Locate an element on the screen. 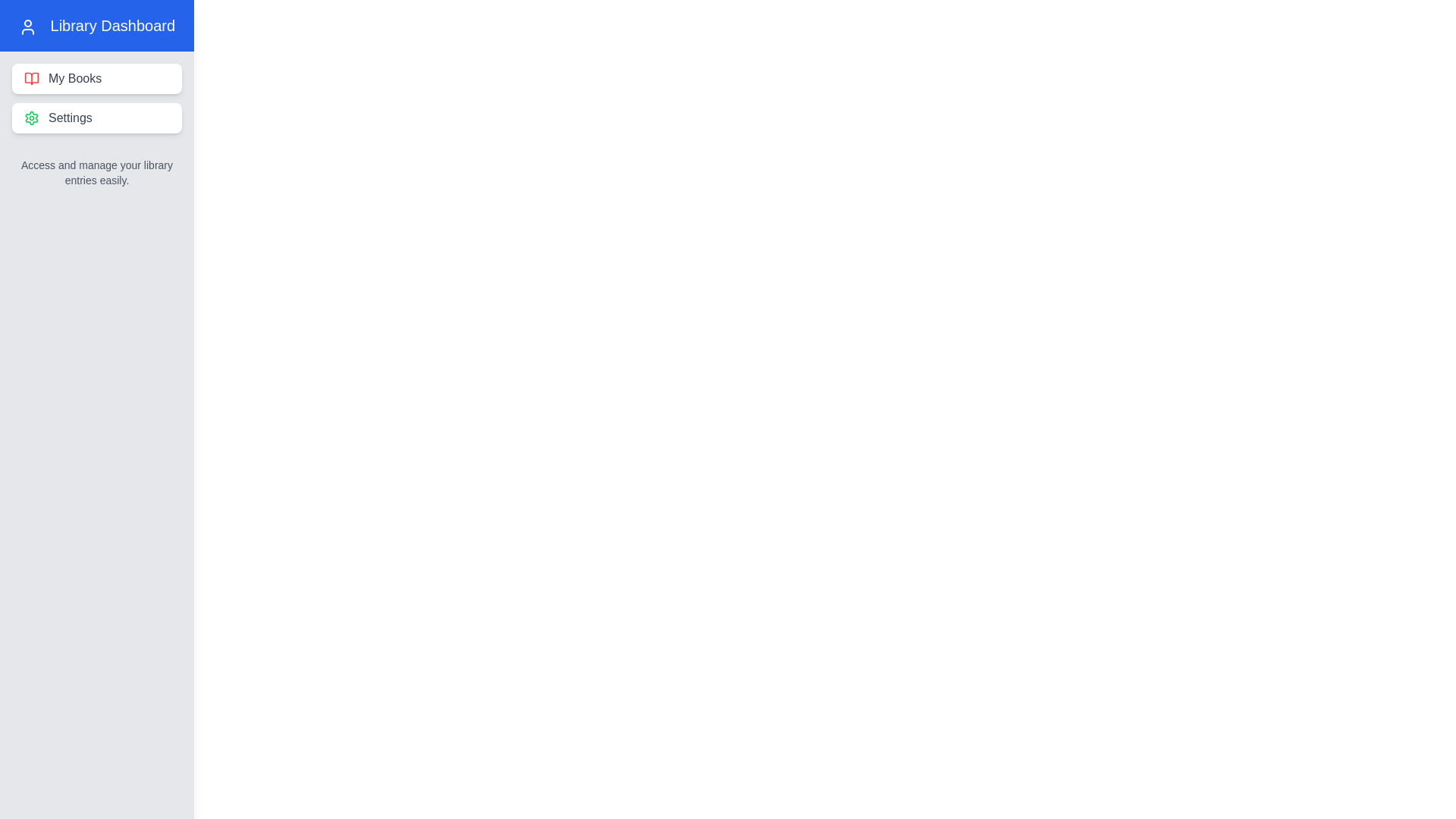  the Library button to toggle the drawer is located at coordinates (39, 37).